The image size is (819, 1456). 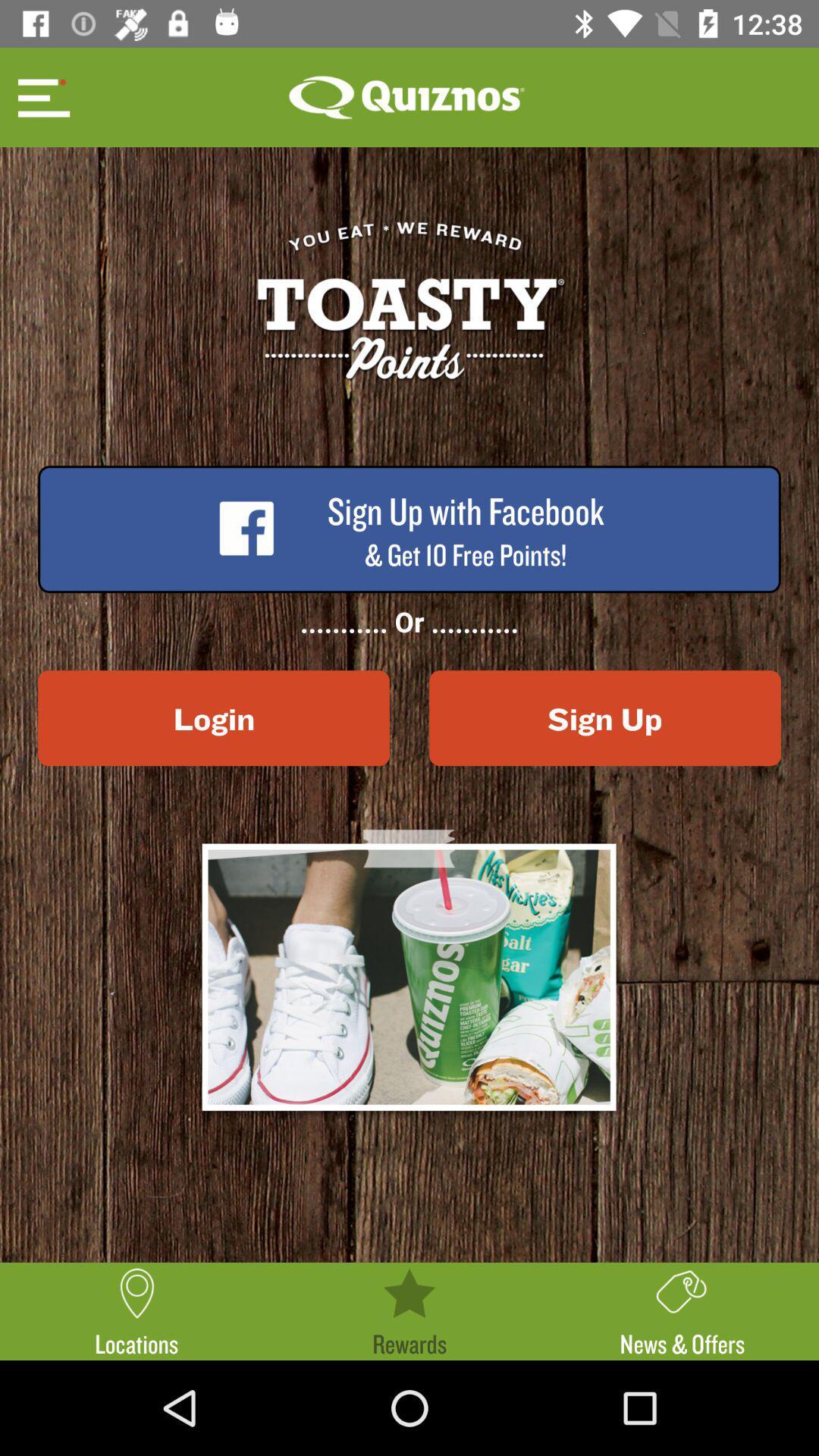 What do you see at coordinates (213, 717) in the screenshot?
I see `login item` at bounding box center [213, 717].